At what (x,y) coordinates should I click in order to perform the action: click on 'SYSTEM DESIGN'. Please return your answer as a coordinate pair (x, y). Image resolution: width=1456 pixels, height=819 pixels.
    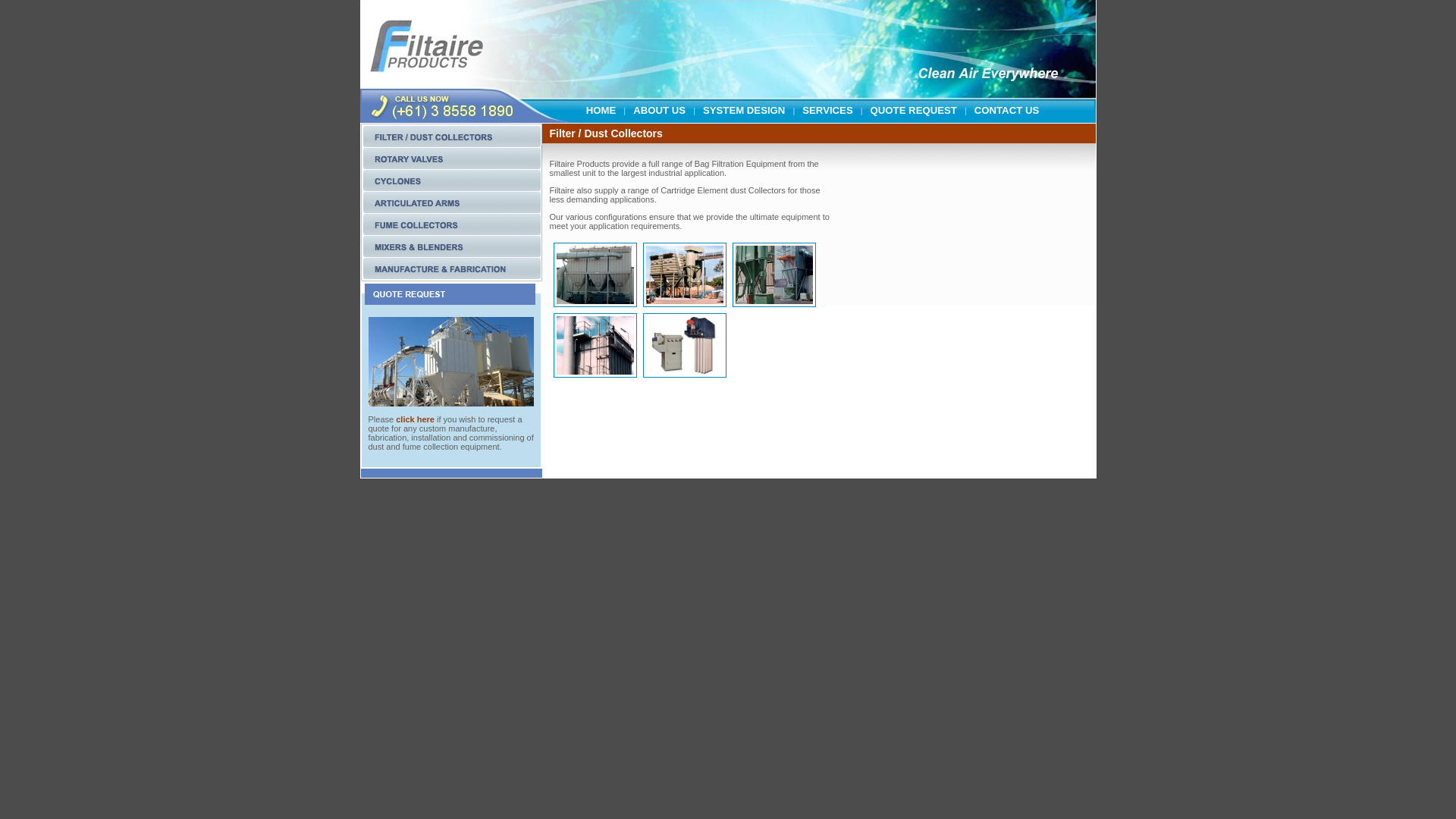
    Looking at the image, I should click on (743, 102).